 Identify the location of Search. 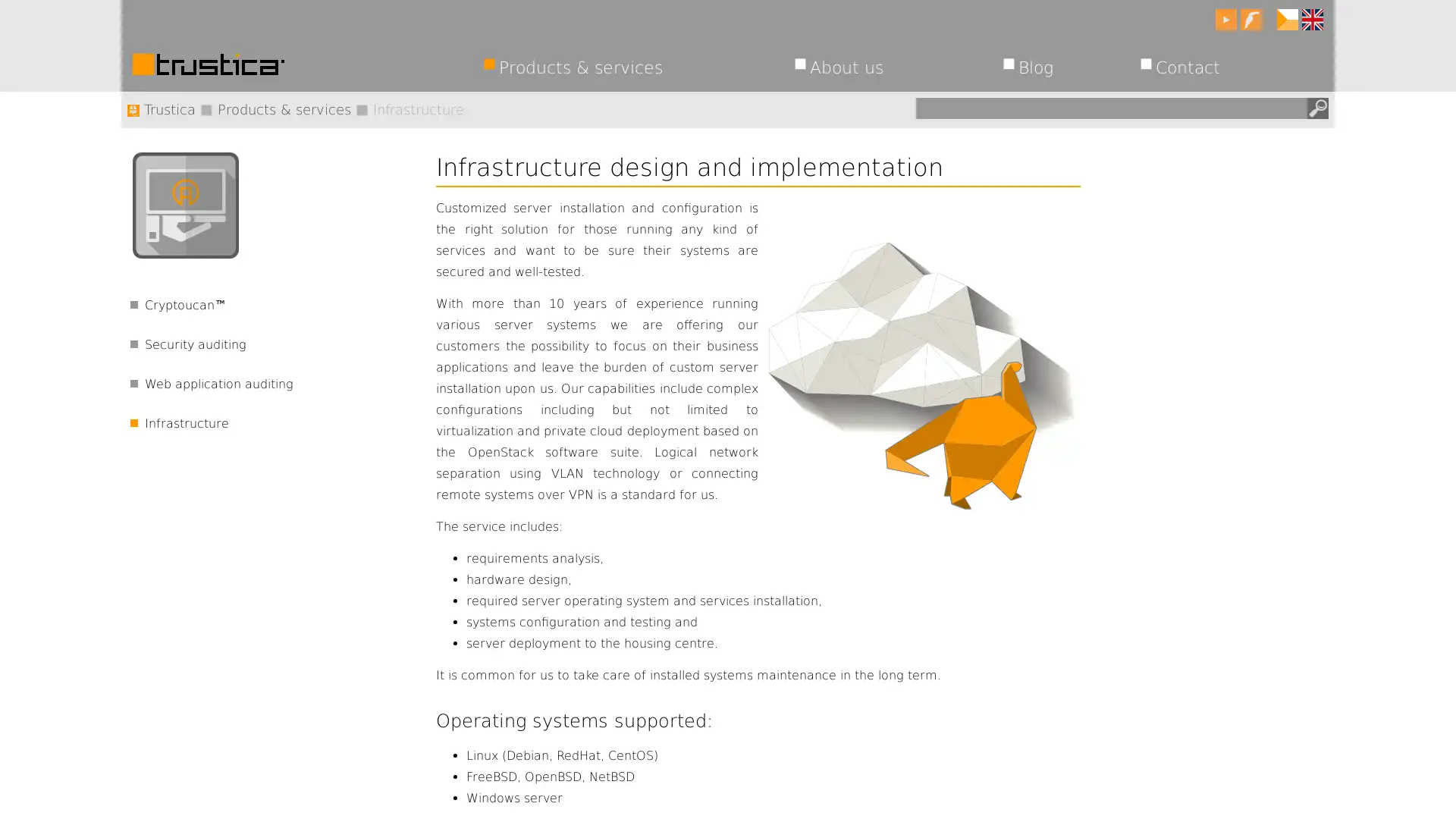
(1316, 107).